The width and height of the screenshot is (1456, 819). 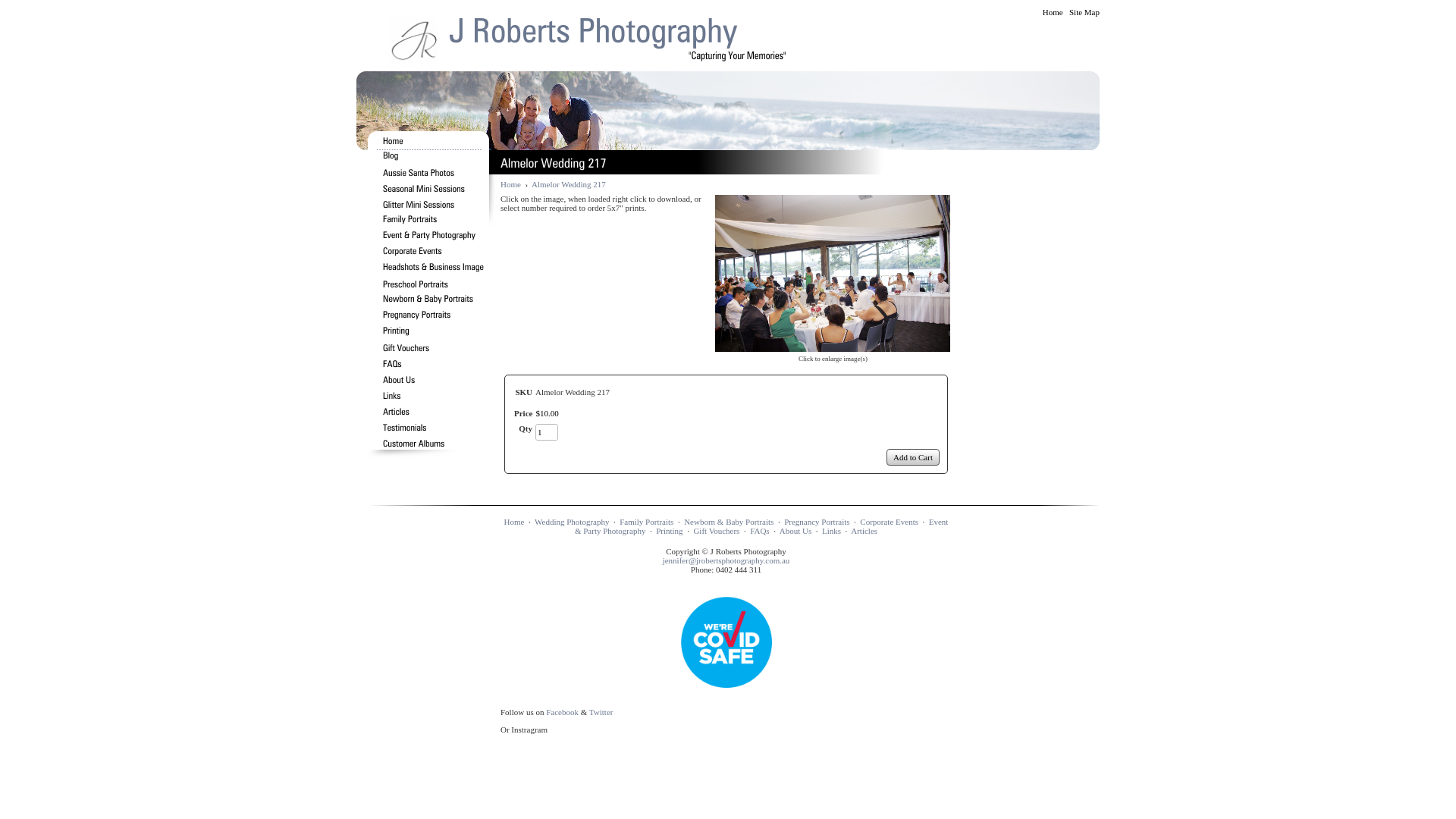 What do you see at coordinates (1052, 11) in the screenshot?
I see `'Home'` at bounding box center [1052, 11].